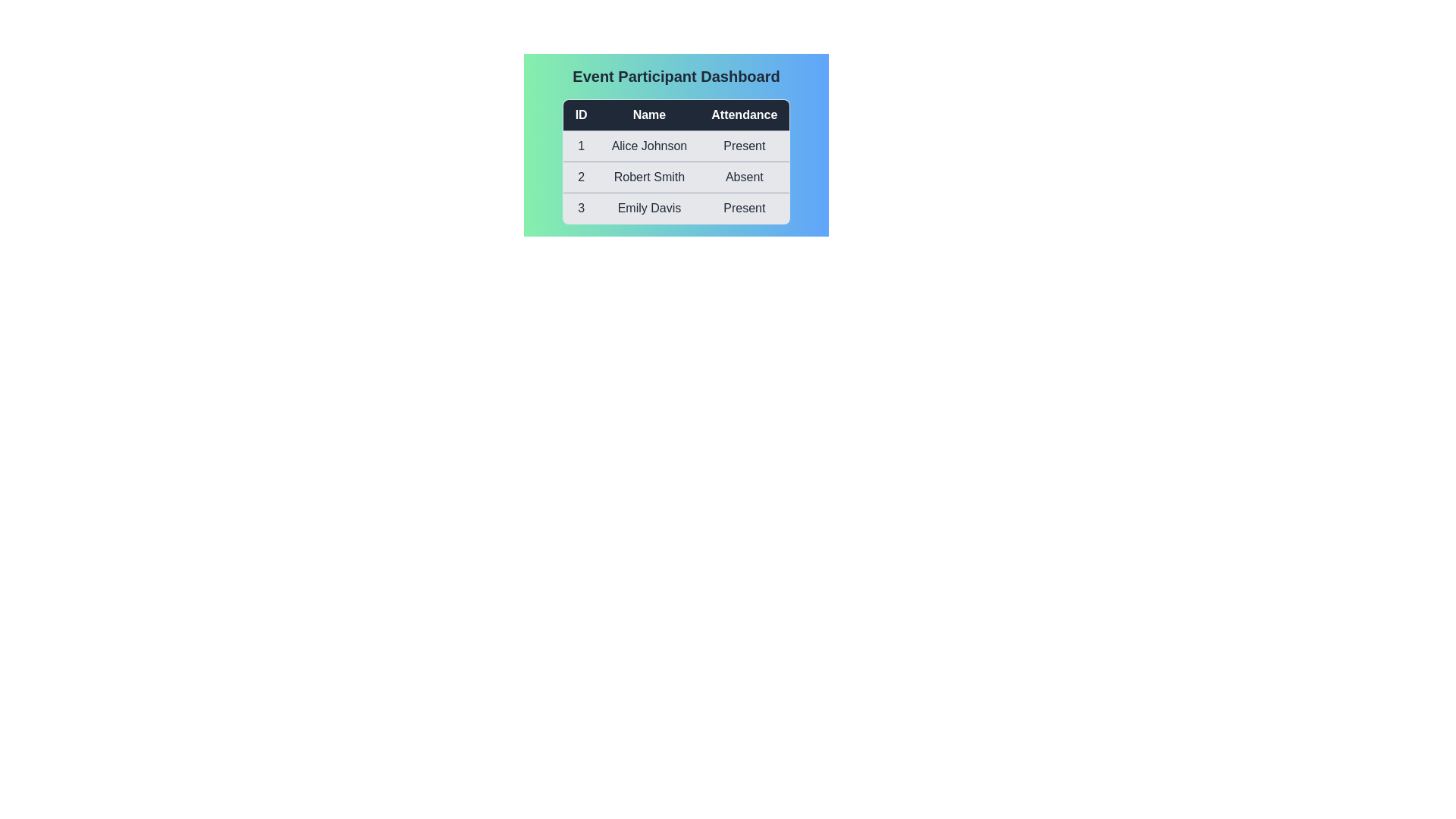 The width and height of the screenshot is (1456, 819). Describe the element at coordinates (676, 177) in the screenshot. I see `the second row of the table displaying data for 'Robert Smith', which shows the ID '2', Name 'Robert Smith', and Attendance 'Absent'` at that location.